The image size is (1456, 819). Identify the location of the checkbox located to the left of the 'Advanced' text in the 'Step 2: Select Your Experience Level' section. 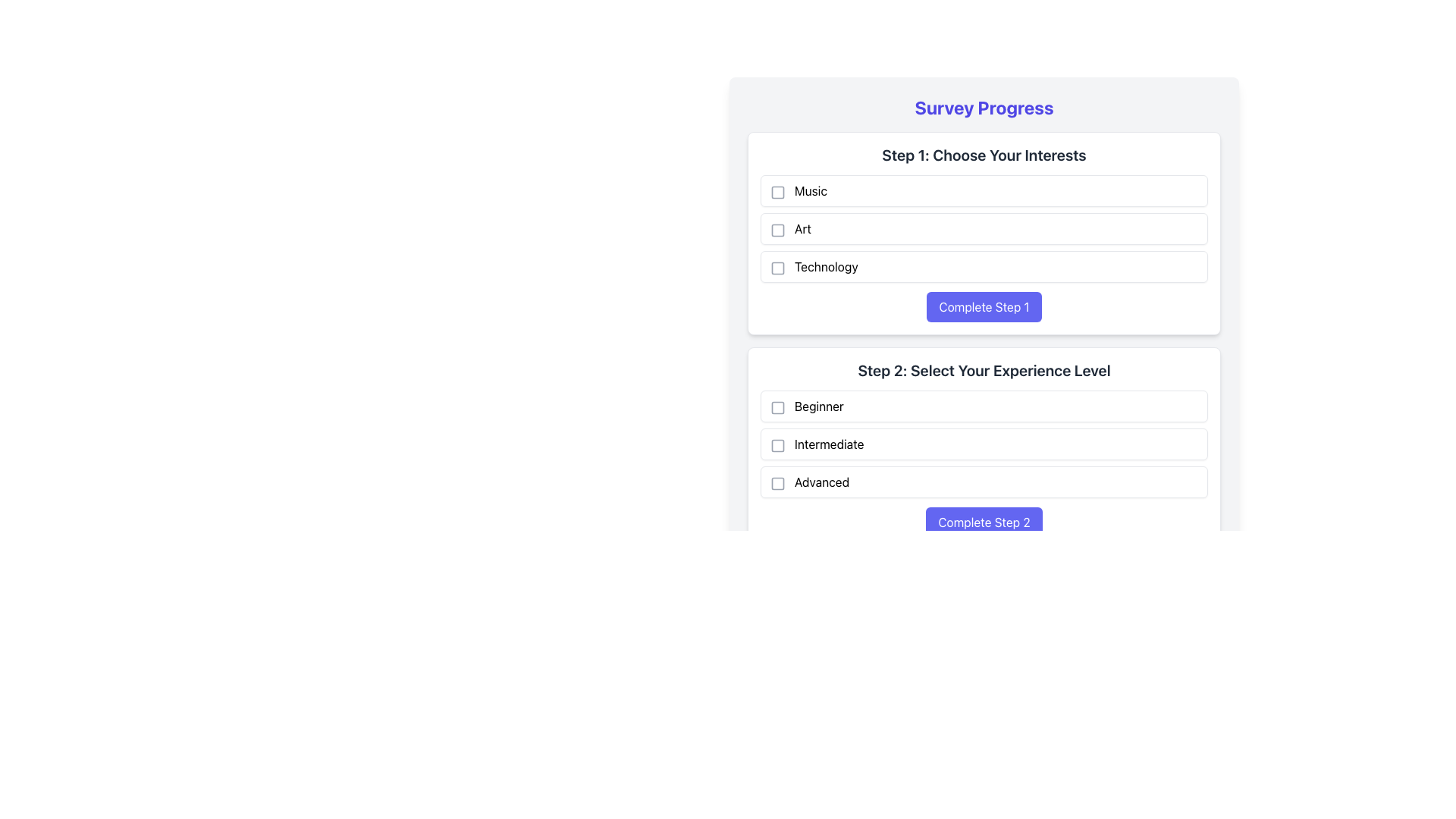
(778, 482).